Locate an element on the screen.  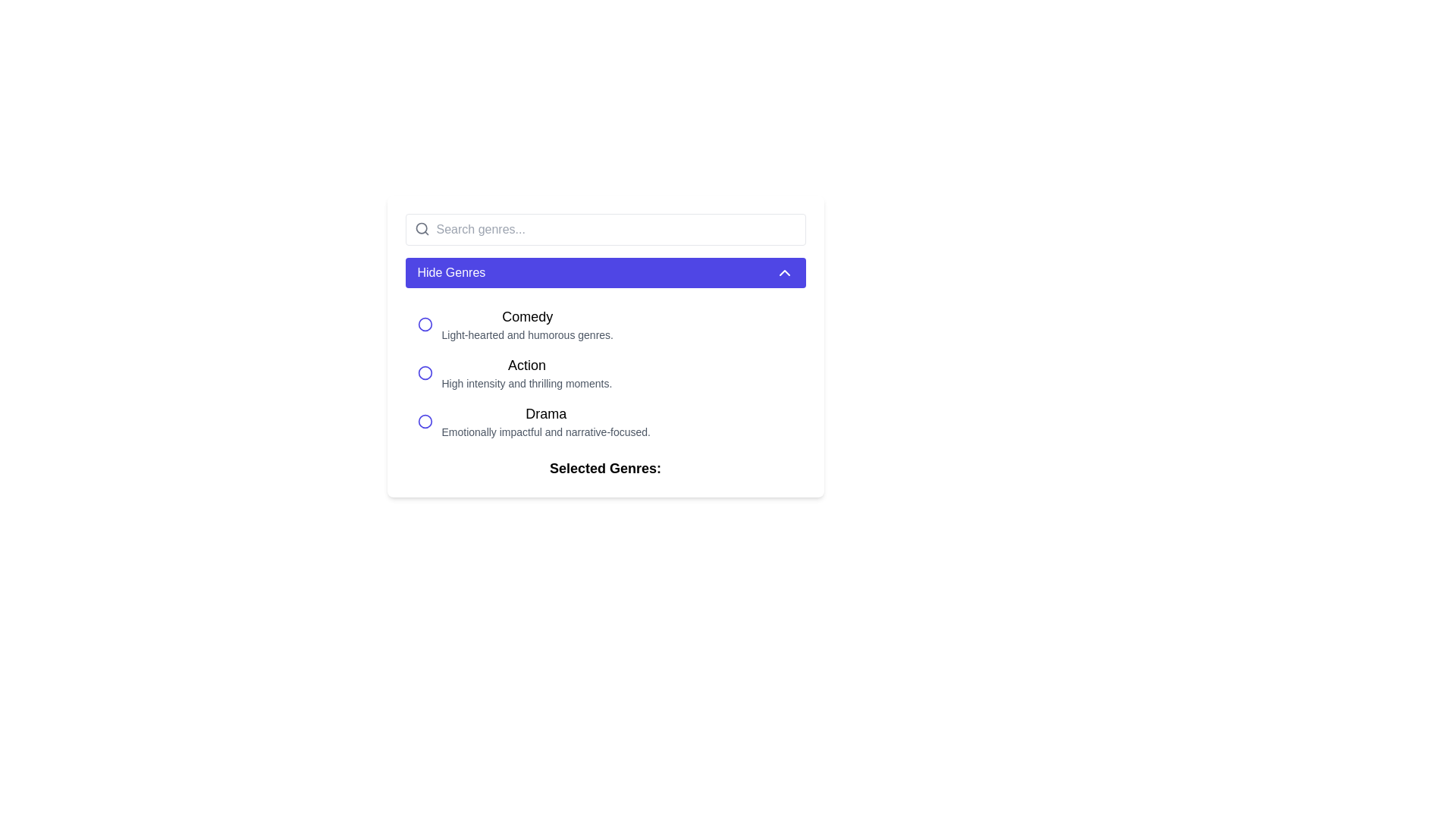
the radio button is located at coordinates (425, 324).